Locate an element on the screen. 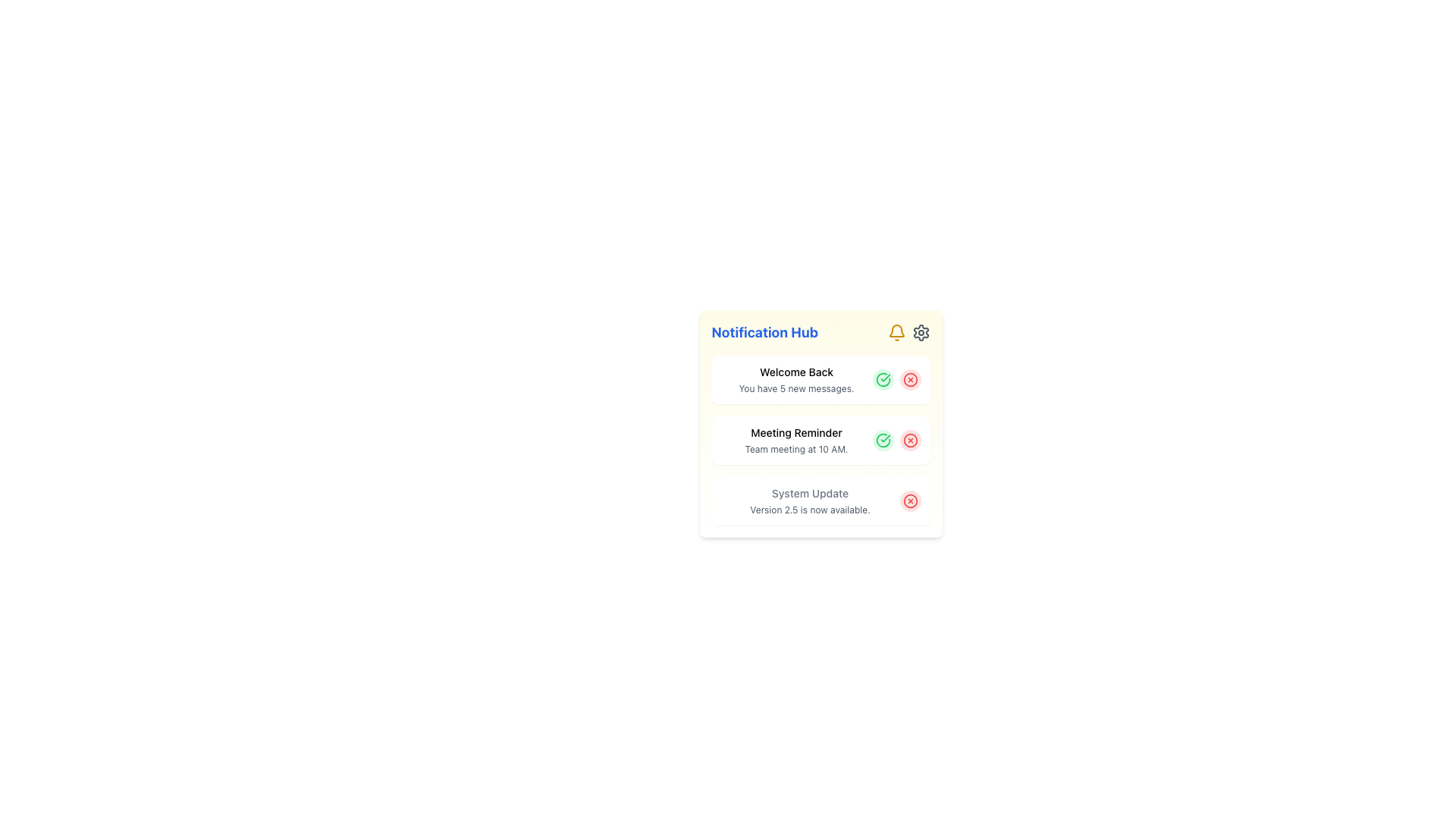  notification text that informs users about the availability of System Update Version 2.5, located at the bottom of the notification card, below the 'Meeting Reminder' notification is located at coordinates (809, 500).